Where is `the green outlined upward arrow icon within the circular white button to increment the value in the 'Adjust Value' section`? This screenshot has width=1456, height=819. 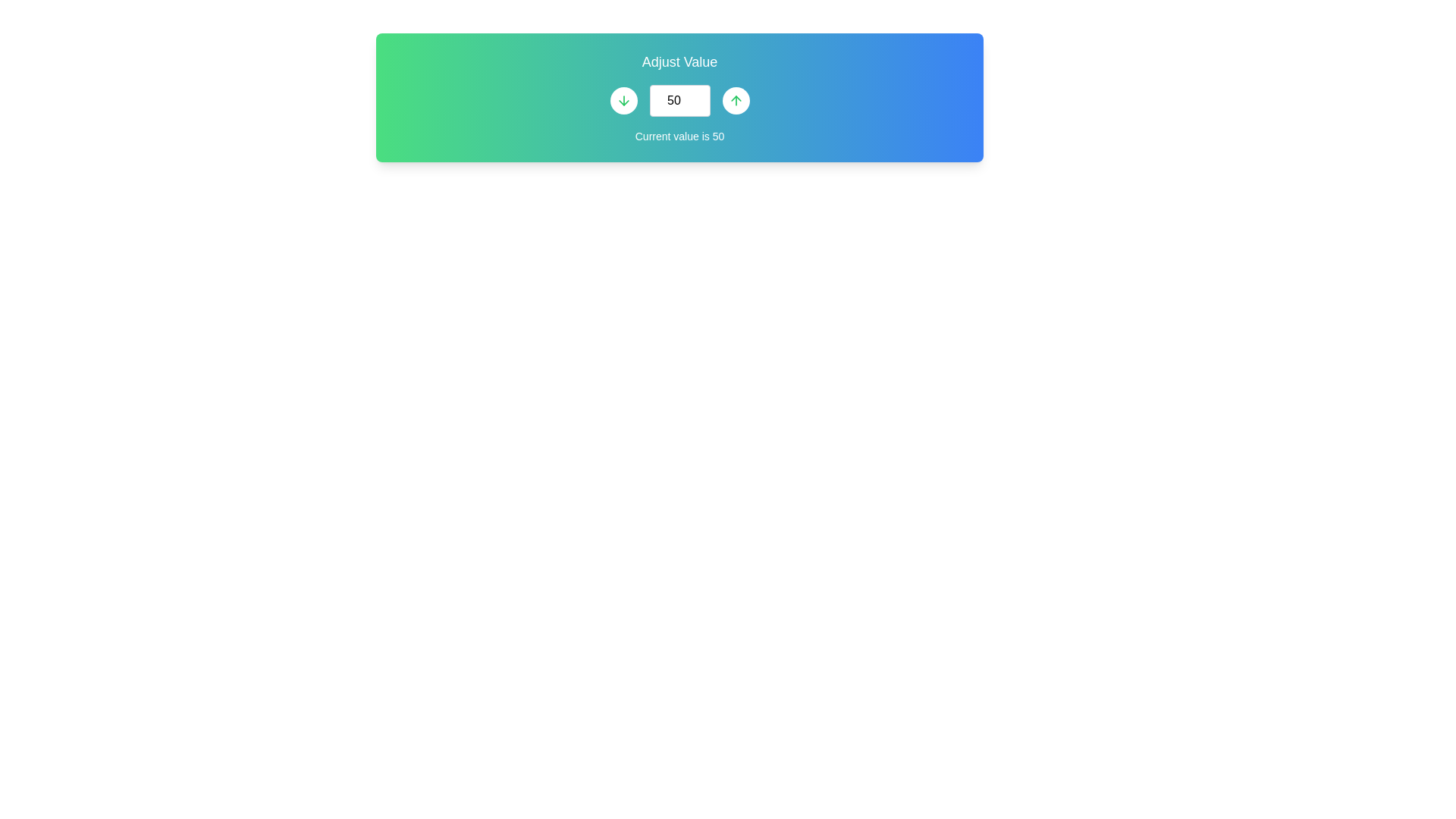
the green outlined upward arrow icon within the circular white button to increment the value in the 'Adjust Value' section is located at coordinates (736, 100).